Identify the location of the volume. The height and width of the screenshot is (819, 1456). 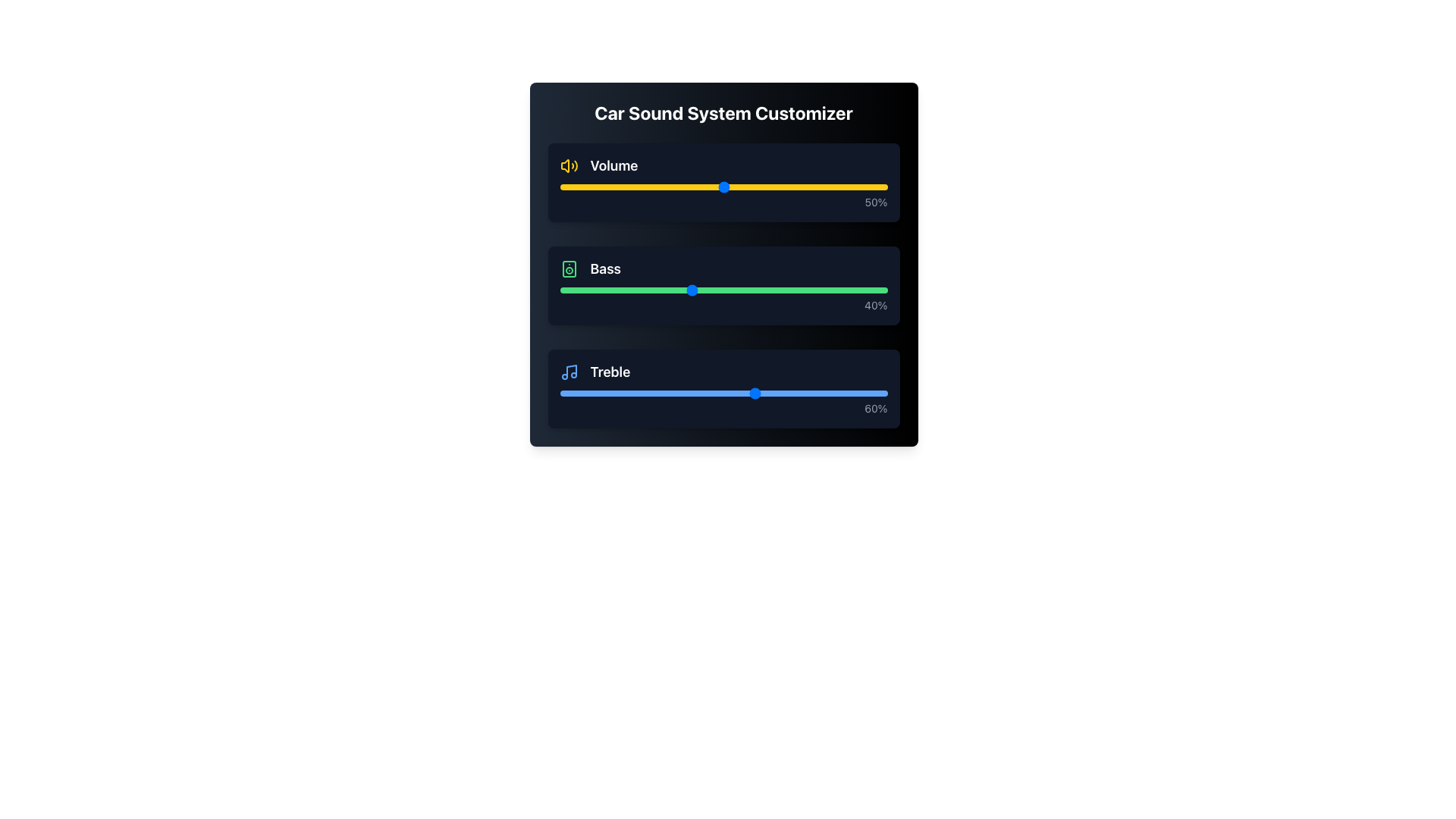
(595, 186).